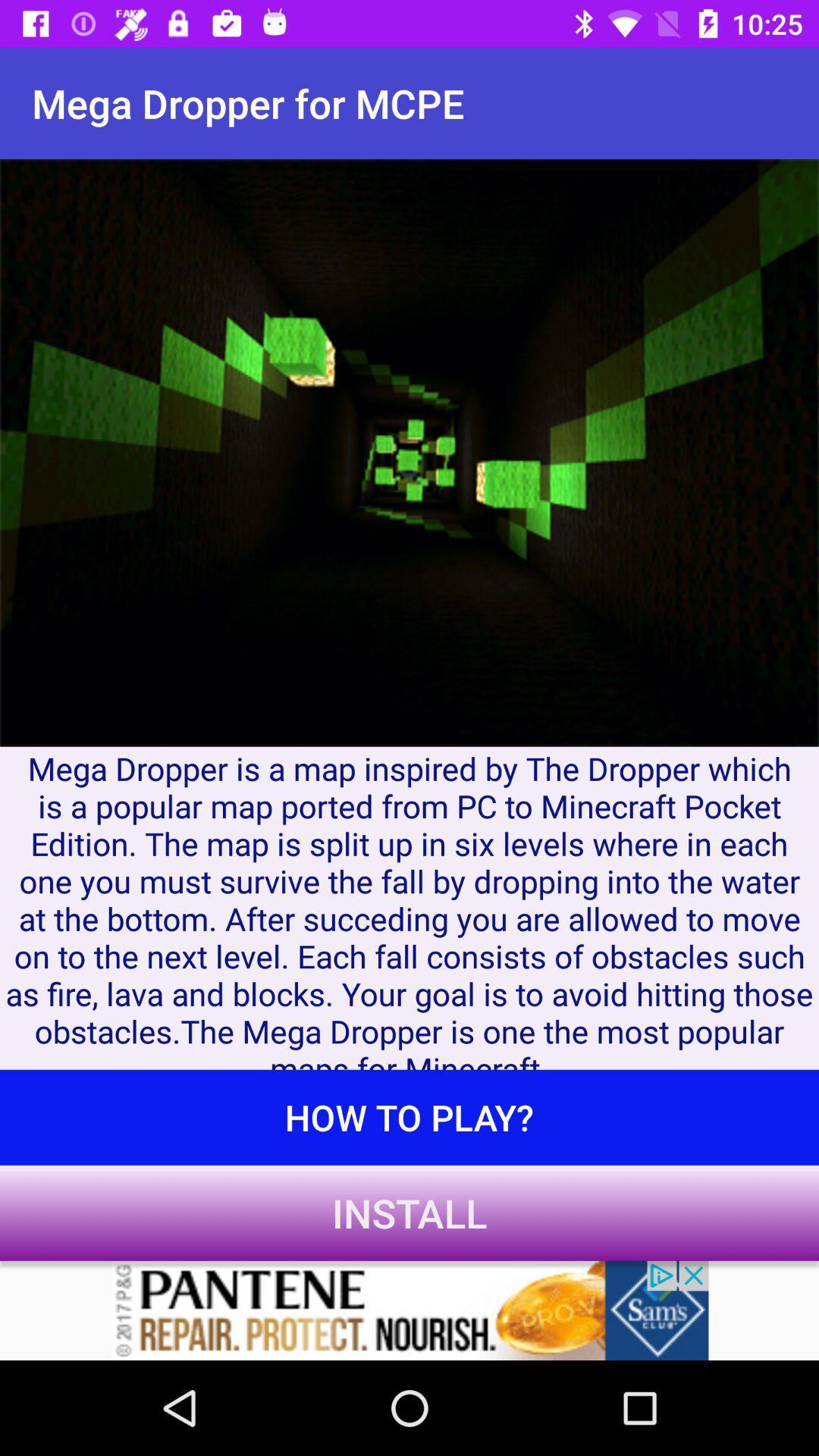 This screenshot has height=1456, width=819. Describe the element at coordinates (409, 1310) in the screenshot. I see `advertisement` at that location.